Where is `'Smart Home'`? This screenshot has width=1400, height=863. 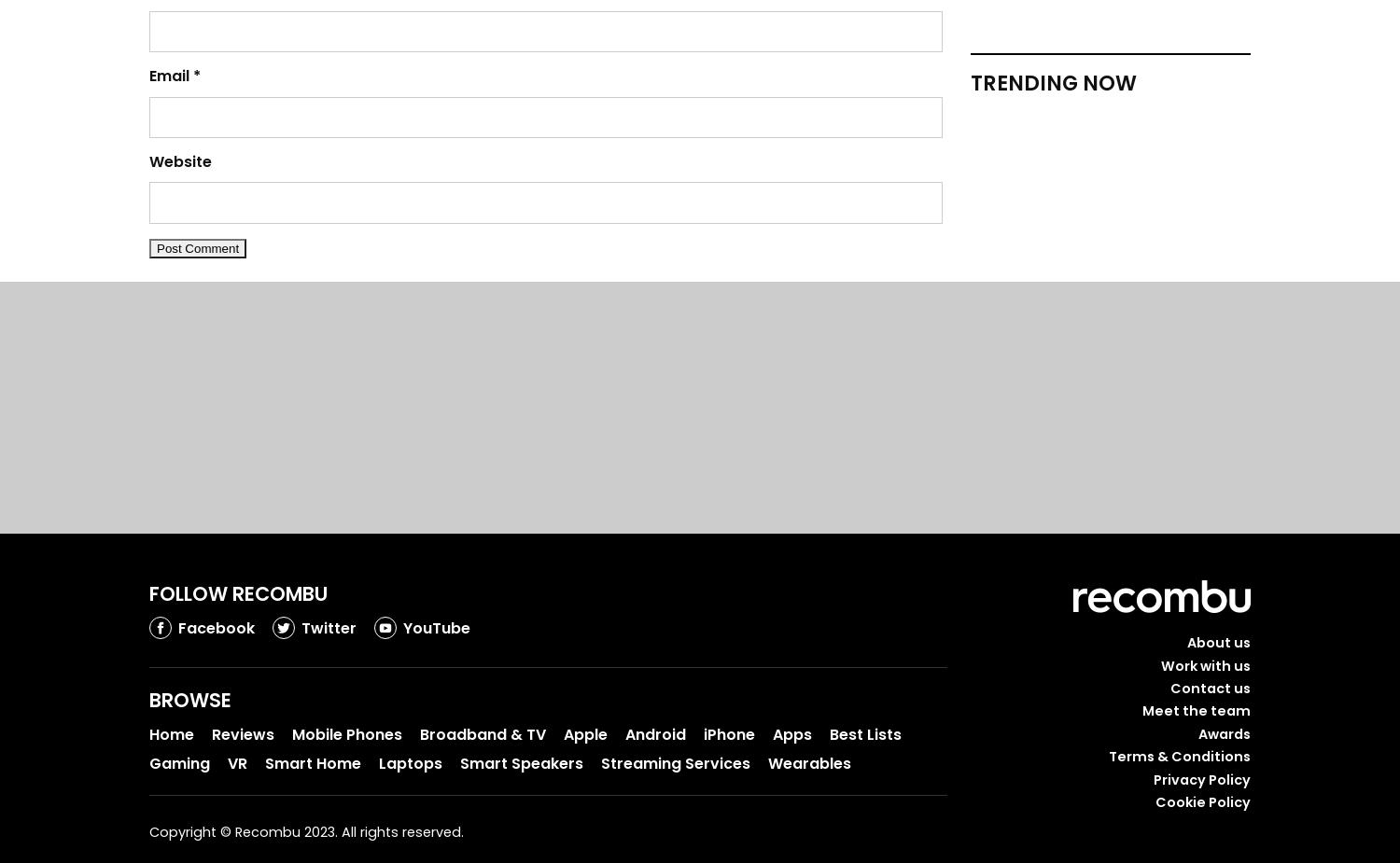
'Smart Home' is located at coordinates (312, 763).